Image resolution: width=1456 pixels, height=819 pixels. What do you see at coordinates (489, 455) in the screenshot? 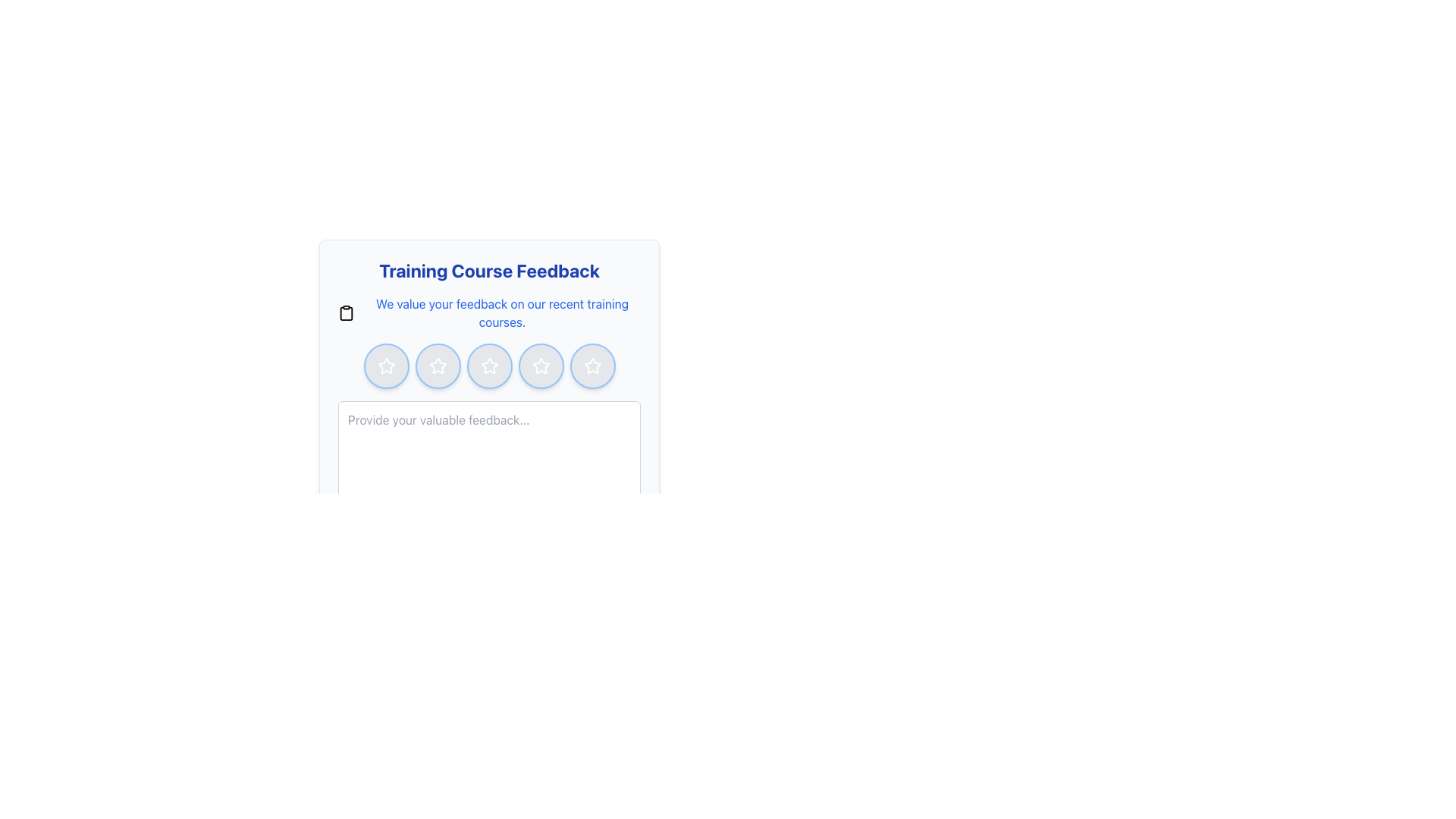
I see `inside the textarea for user feedback, which is positioned below a row of circular buttons and above the 'Positive' and 'Negative' buttons` at bounding box center [489, 455].